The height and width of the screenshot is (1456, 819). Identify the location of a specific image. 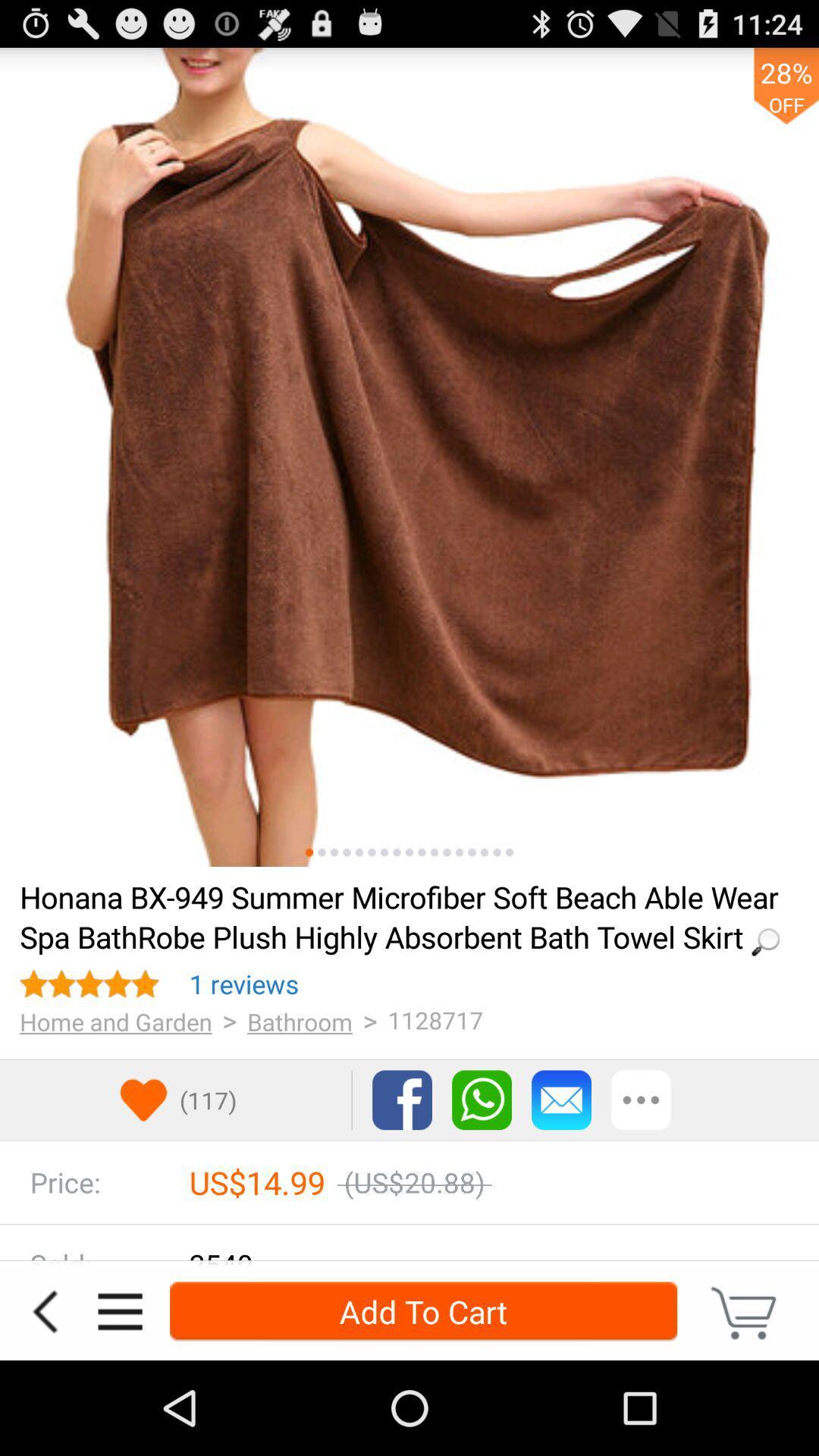
(446, 852).